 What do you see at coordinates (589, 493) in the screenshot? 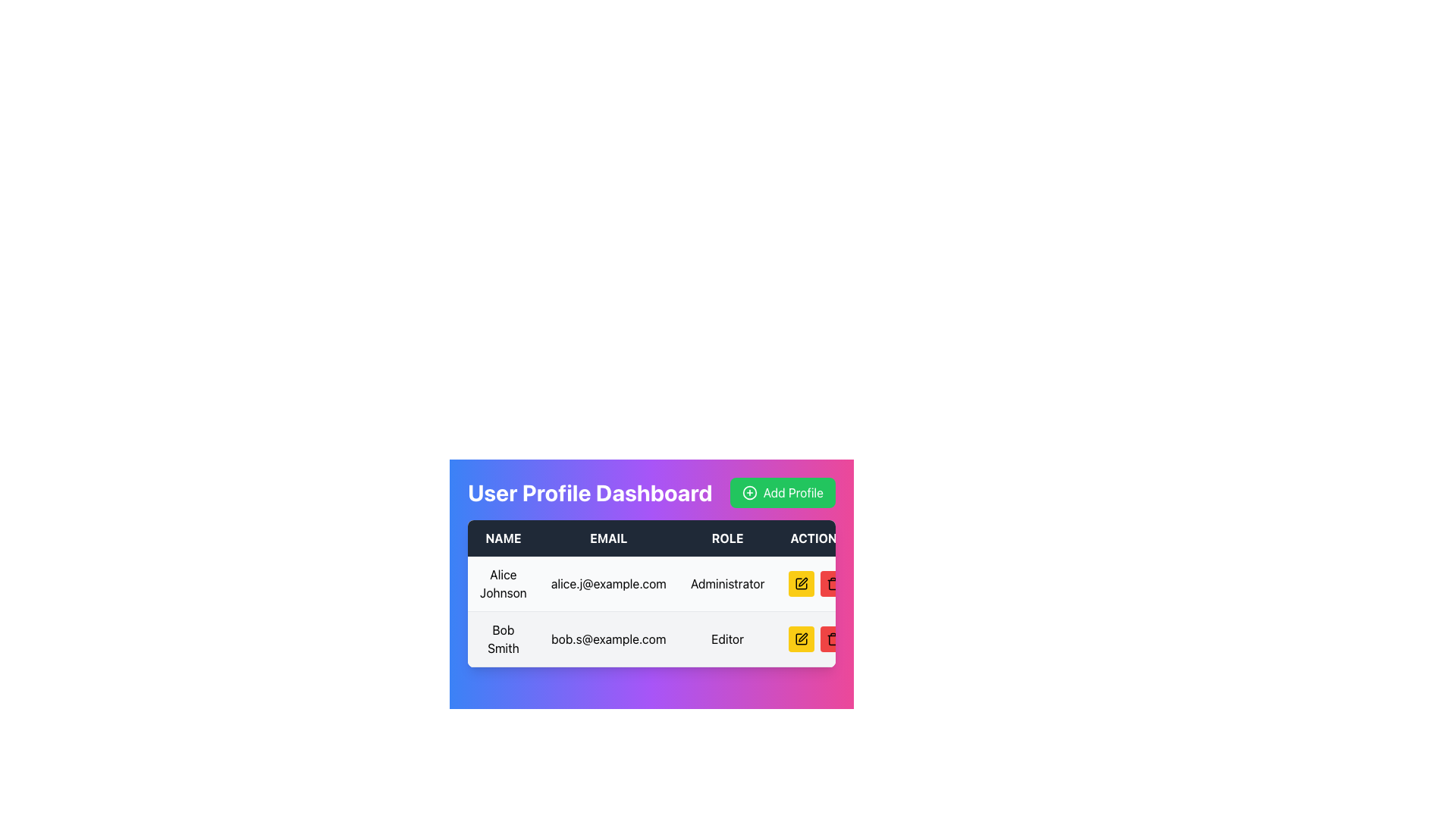
I see `the 'User Profile Dashboard' text element, which is displayed in bold, large white font on a gradient blue to purple background, located to the left of the 'Add Profile' button` at bounding box center [589, 493].